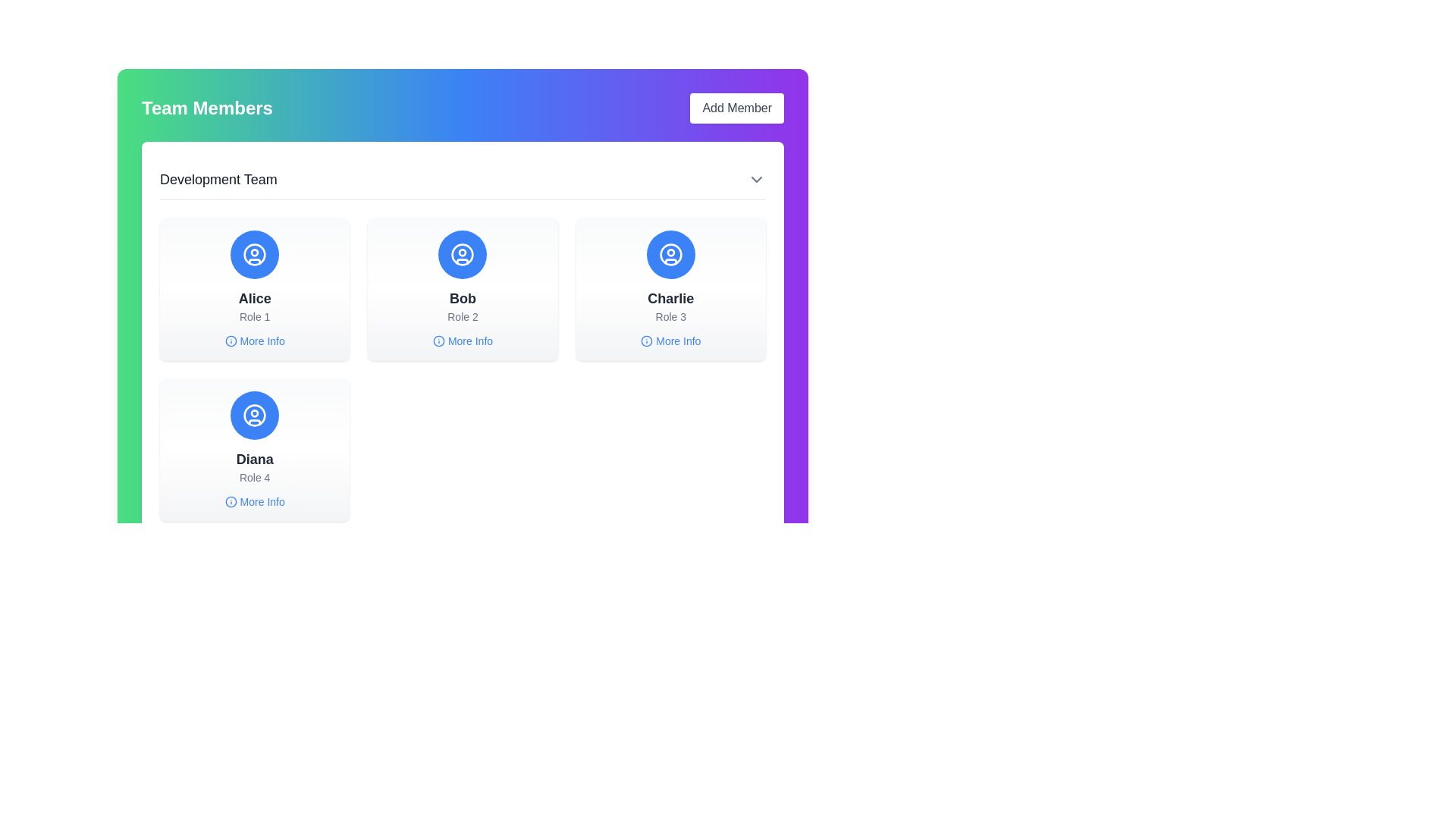 Image resolution: width=1456 pixels, height=819 pixels. I want to click on the user profile SVG icon representing team member 'Diana' located in the lower-left segment of the grid under the 'Development Team' section, so click(255, 415).